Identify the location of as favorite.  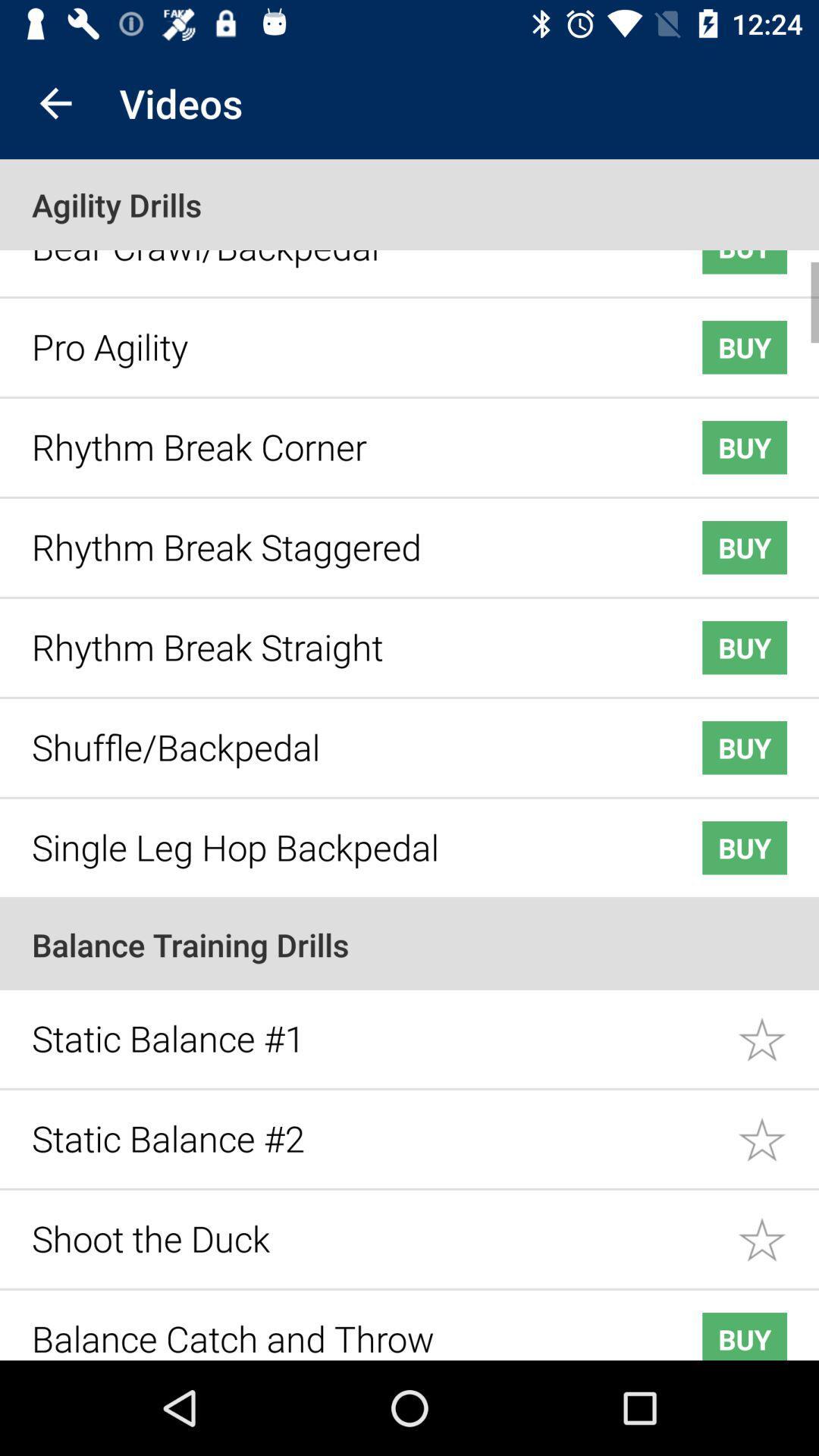
(778, 1028).